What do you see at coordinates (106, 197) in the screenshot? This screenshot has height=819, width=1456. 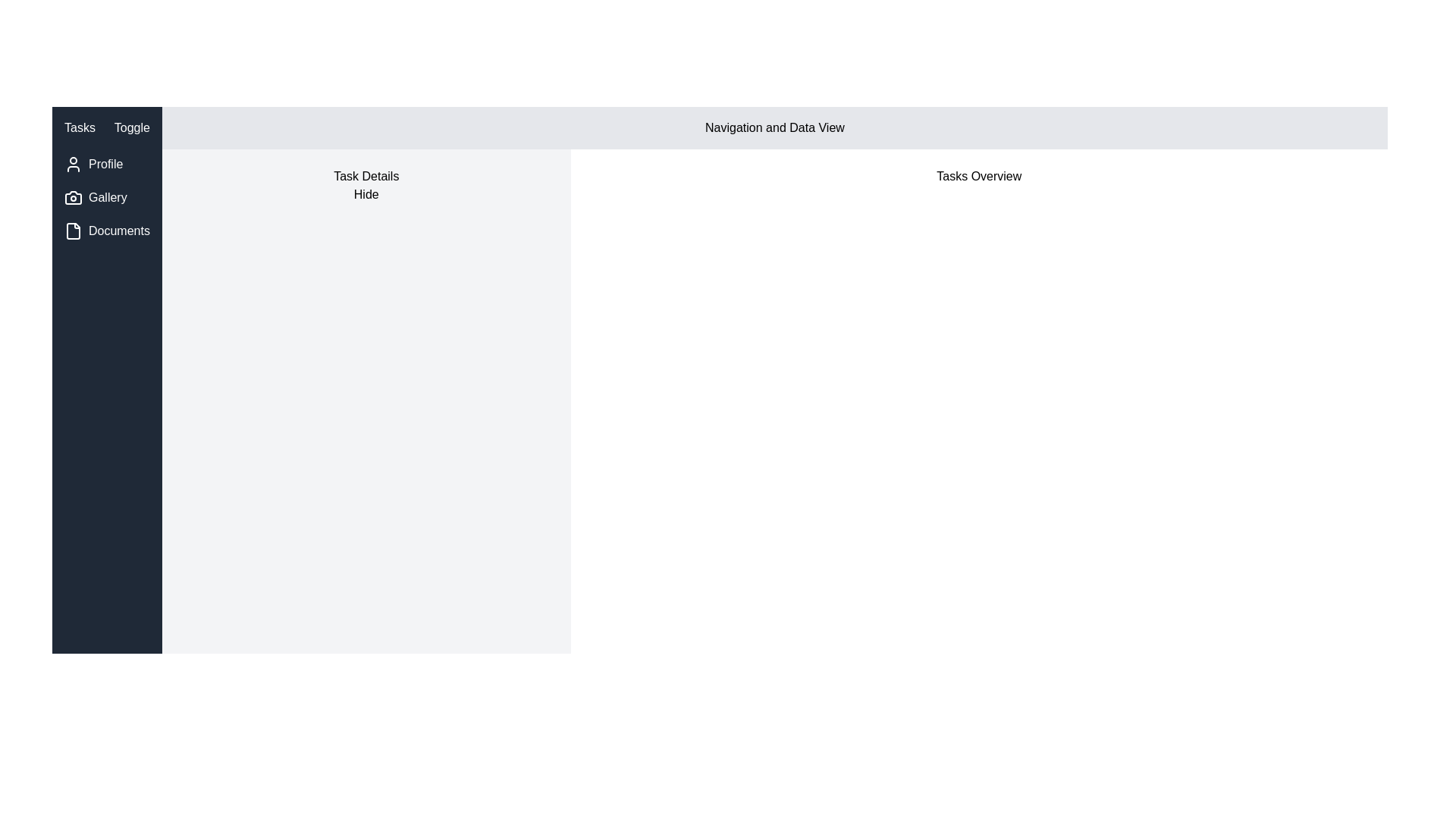 I see `the navigation button labeled 'Gallery' with a camera icon, located in the sidebar between 'Profile' and 'Documents'` at bounding box center [106, 197].